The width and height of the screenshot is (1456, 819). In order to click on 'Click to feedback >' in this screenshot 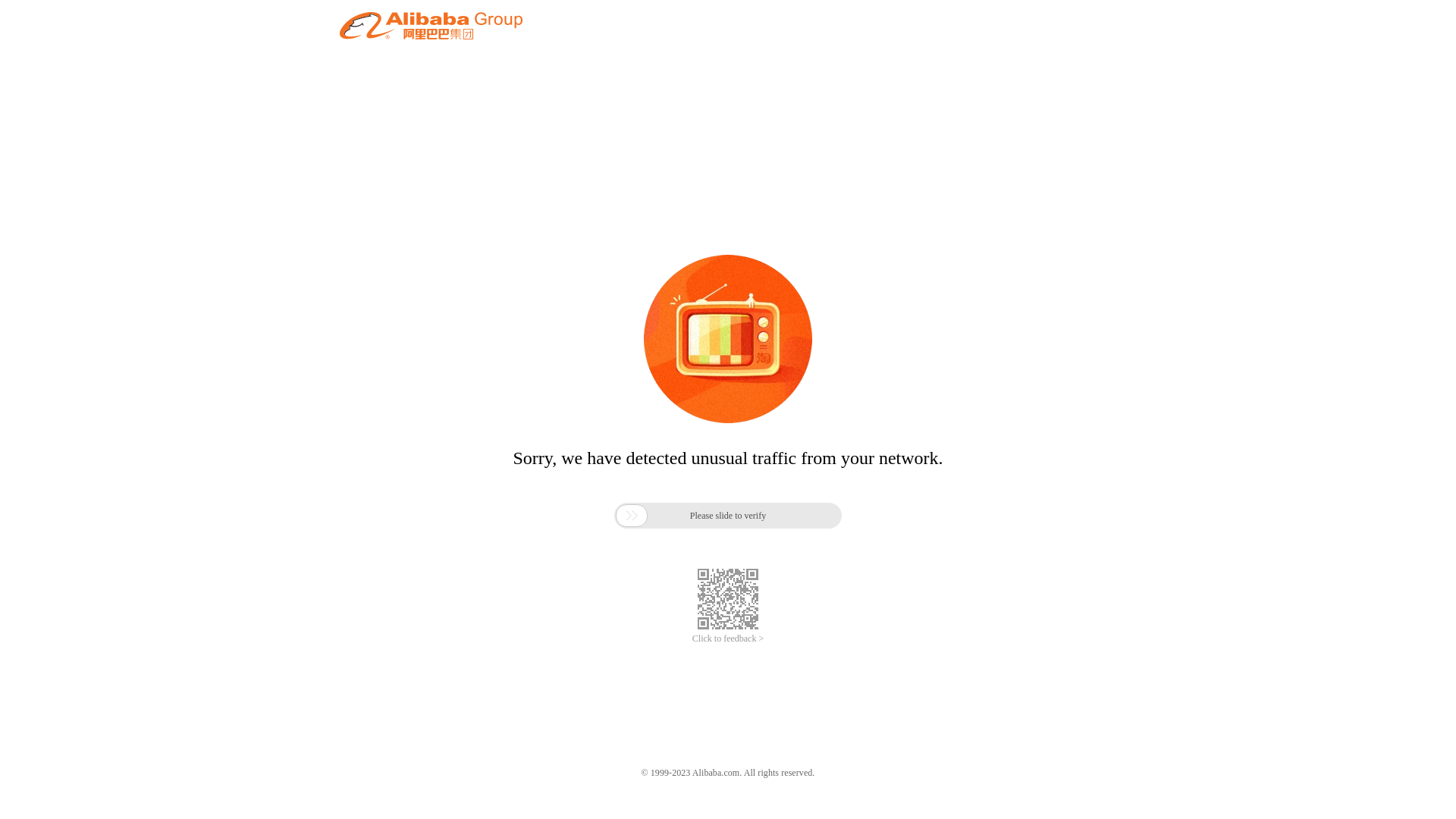, I will do `click(728, 639)`.